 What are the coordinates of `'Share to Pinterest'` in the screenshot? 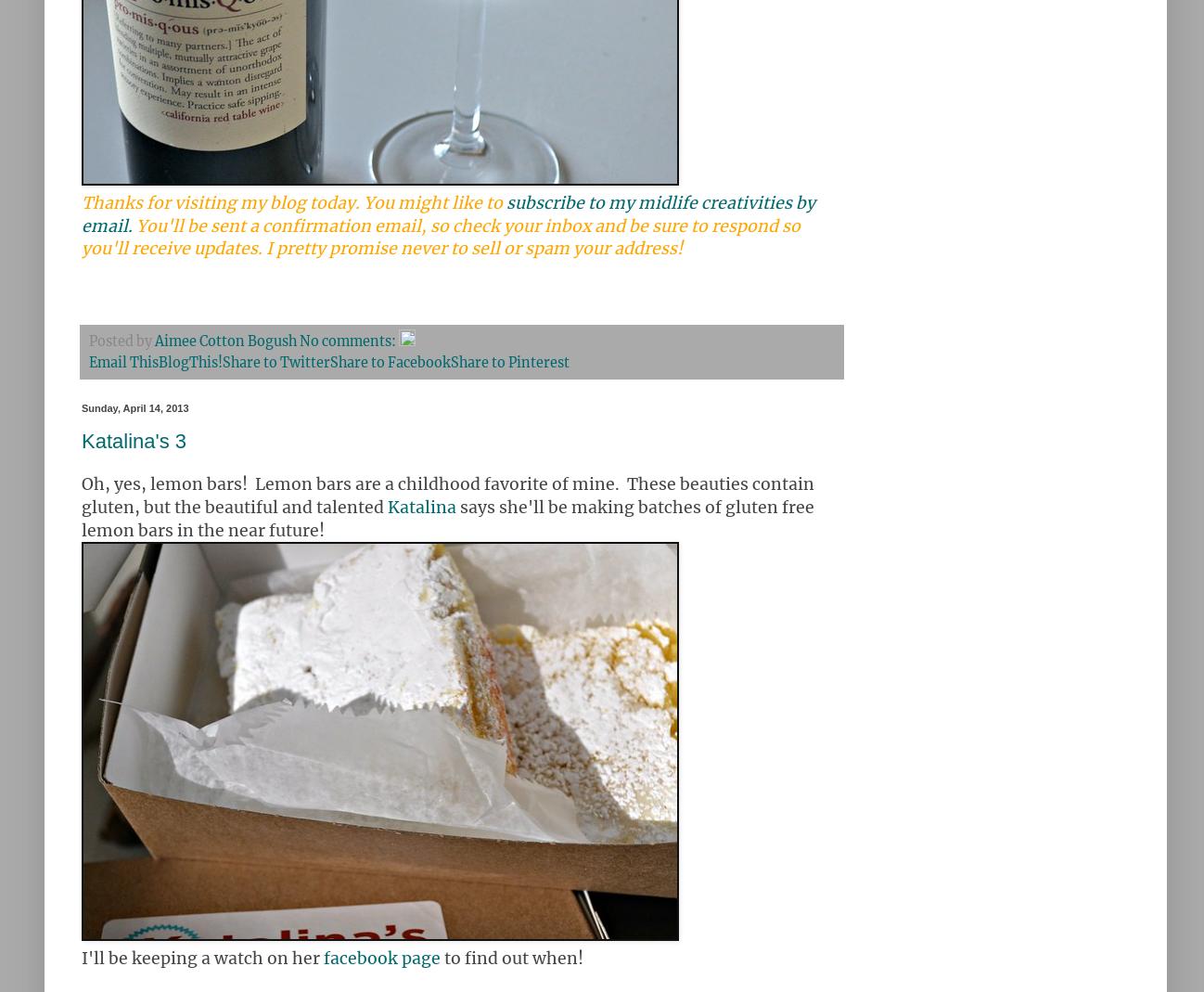 It's located at (508, 363).